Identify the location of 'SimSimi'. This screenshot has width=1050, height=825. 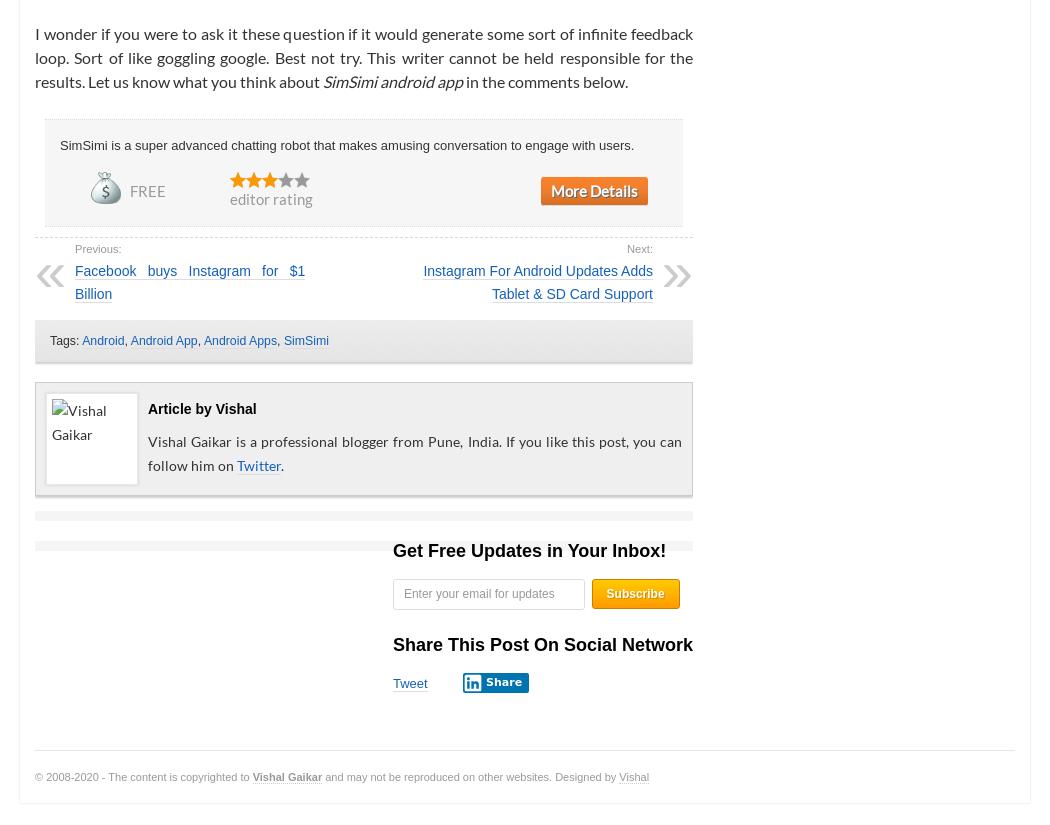
(305, 338).